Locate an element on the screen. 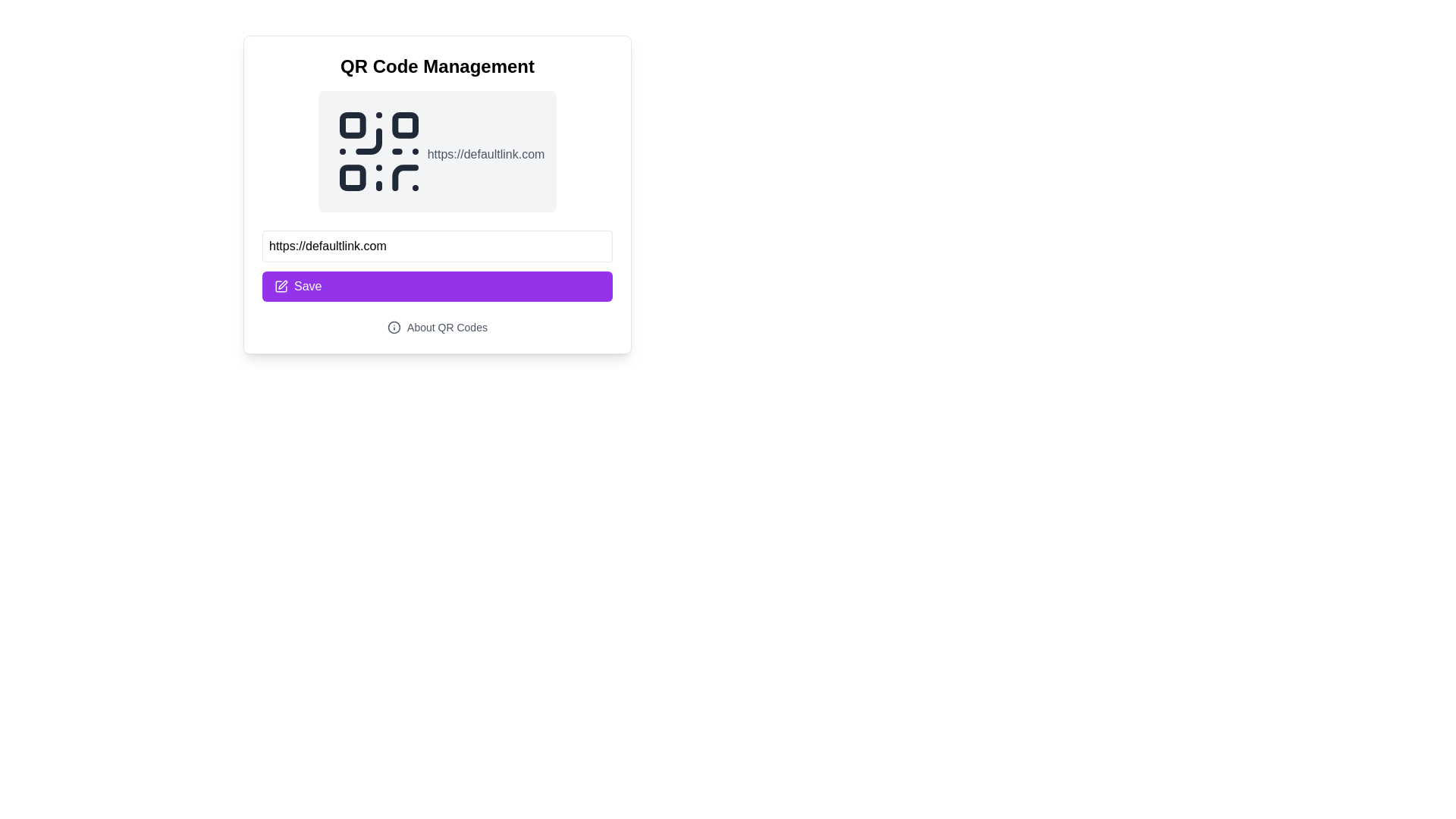  the small black square located in the bottom-left of the QR code representation at the top of the content area is located at coordinates (352, 177).